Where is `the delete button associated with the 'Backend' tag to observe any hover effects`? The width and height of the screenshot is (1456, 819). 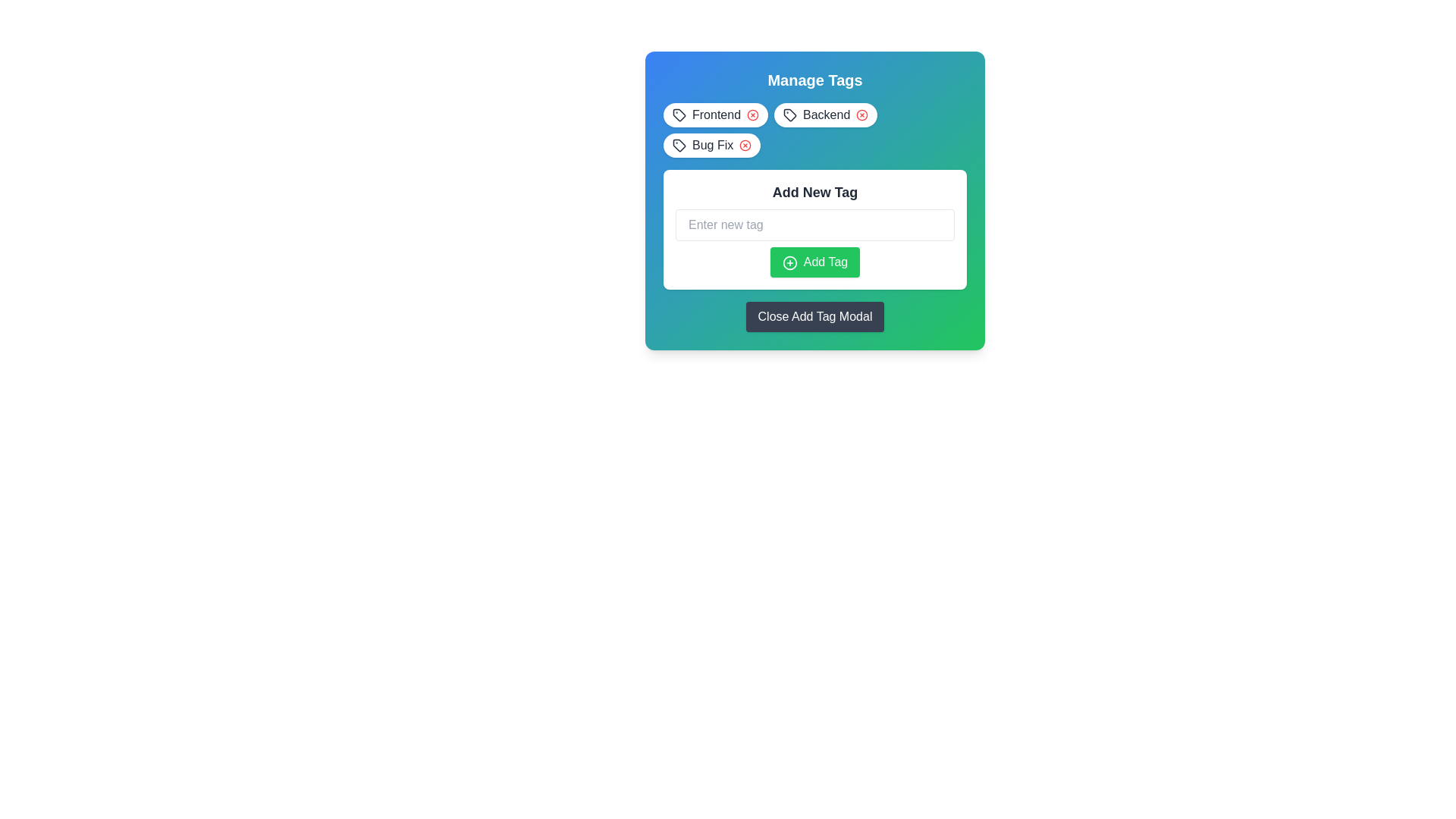
the delete button associated with the 'Backend' tag to observe any hover effects is located at coordinates (862, 114).